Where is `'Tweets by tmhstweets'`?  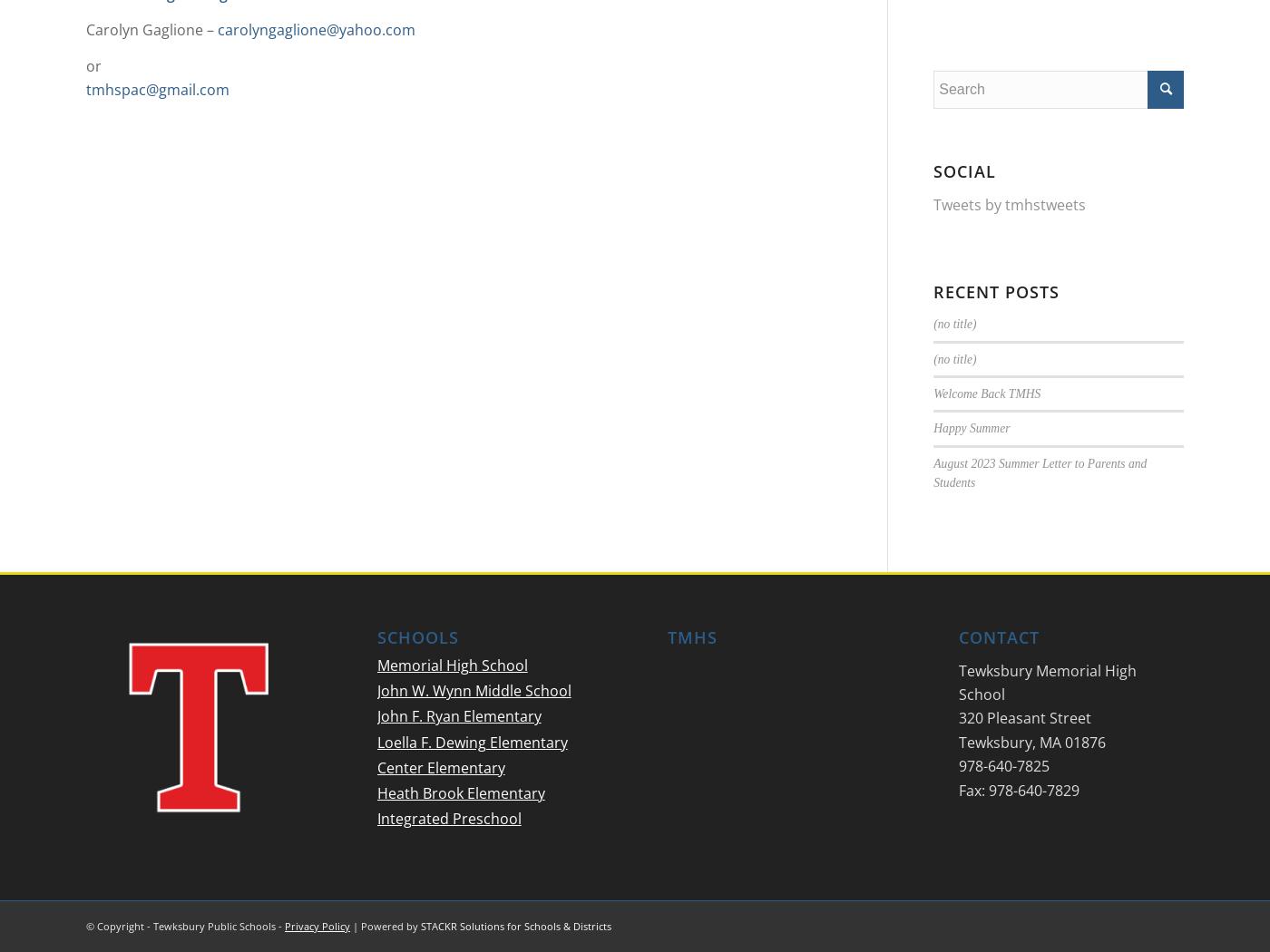 'Tweets by tmhstweets' is located at coordinates (1010, 204).